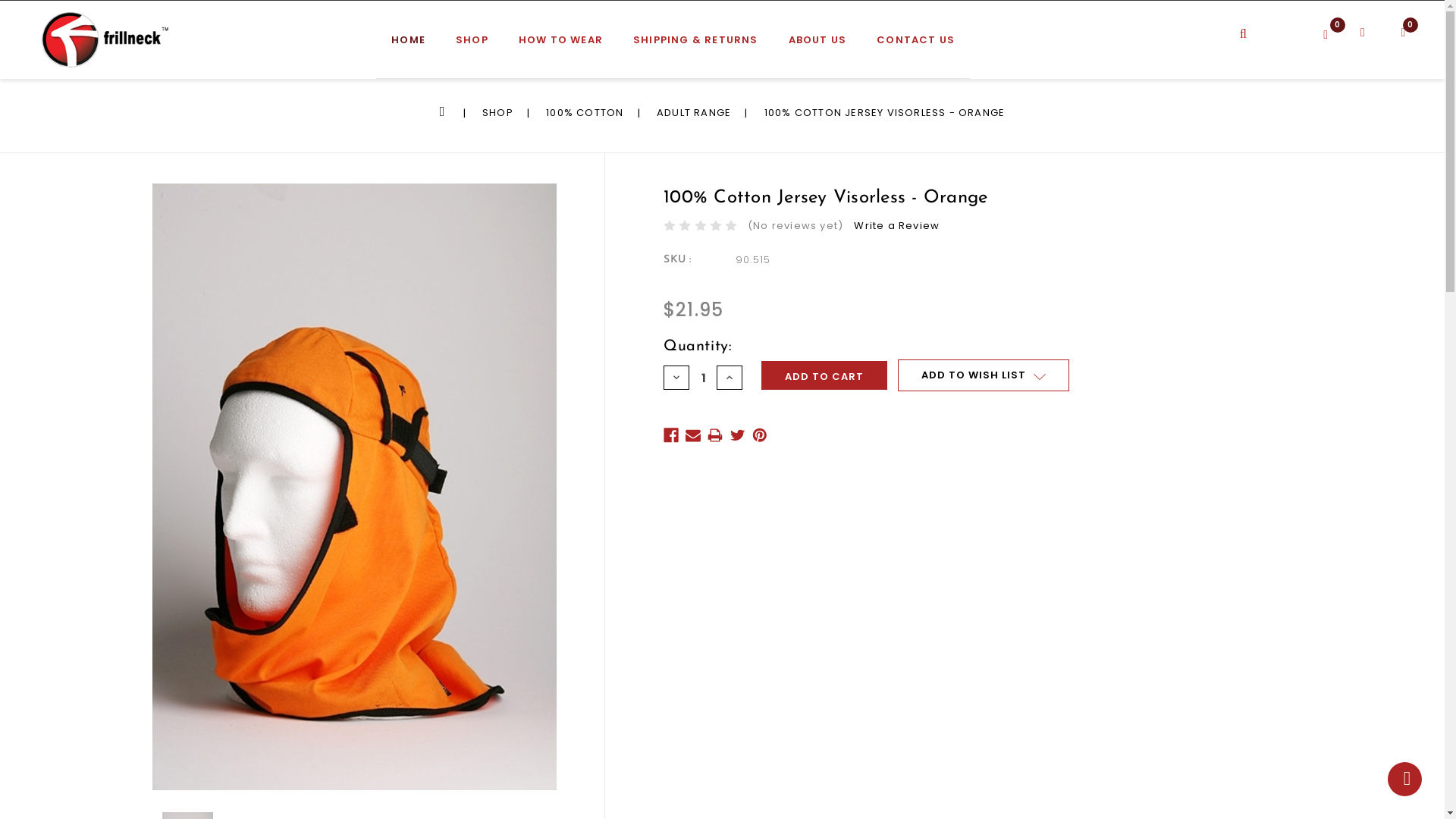 Image resolution: width=1456 pixels, height=819 pixels. I want to click on 'ABOUT US', so click(817, 45).